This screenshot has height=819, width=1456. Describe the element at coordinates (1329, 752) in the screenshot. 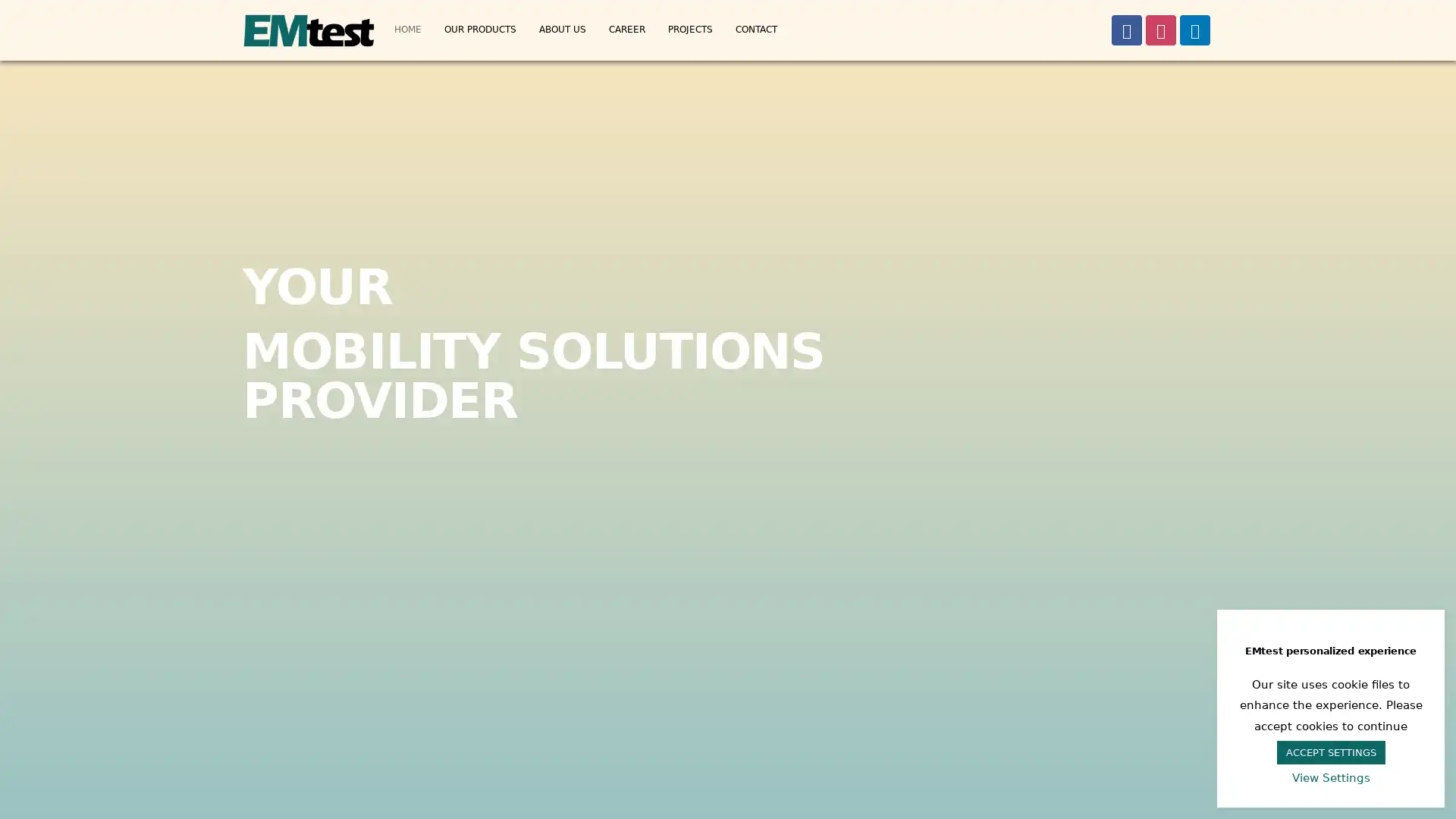

I see `ACCEPT SETTINGS` at that location.